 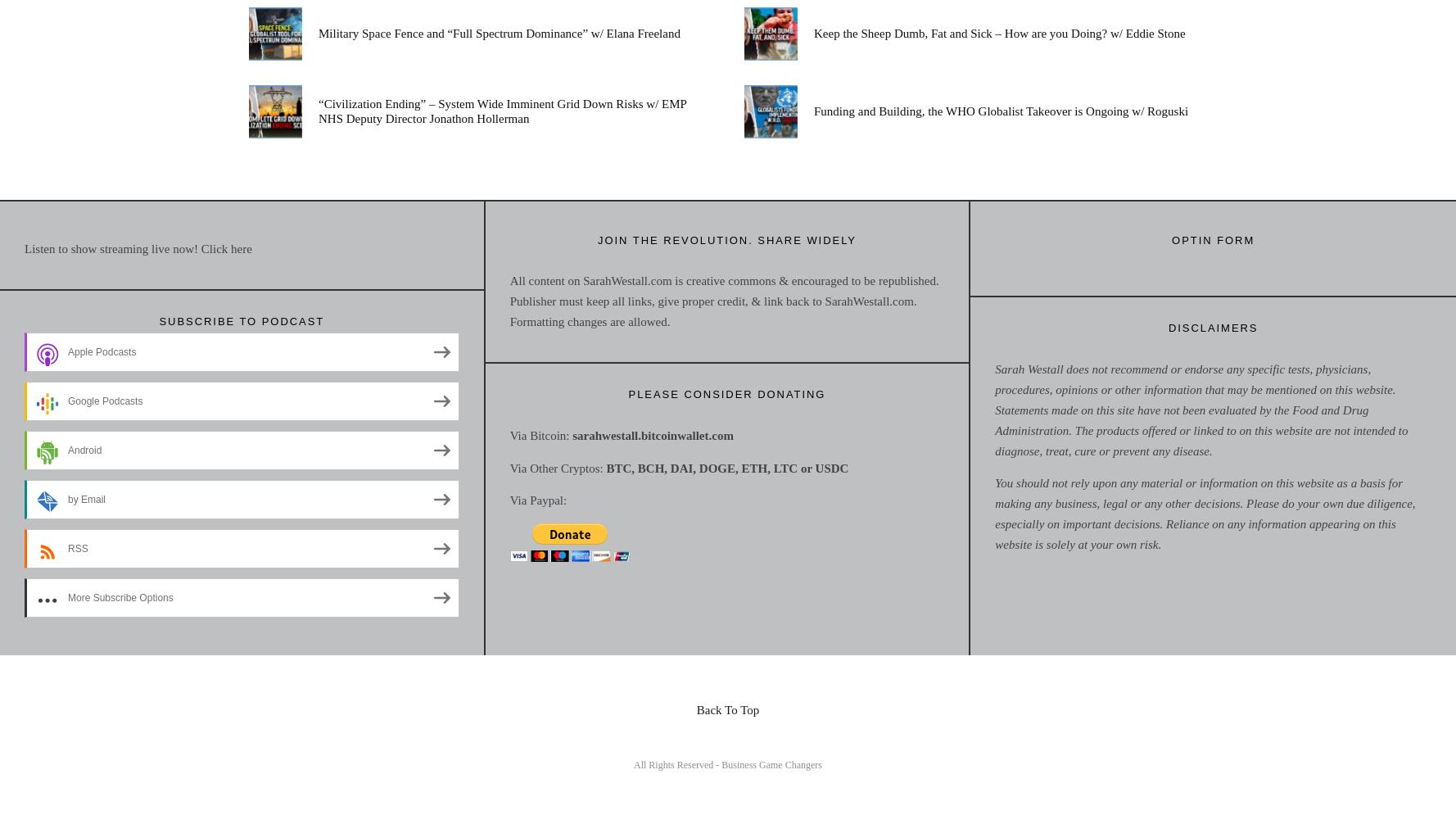 What do you see at coordinates (557, 468) in the screenshot?
I see `'Via Other Cryptos:'` at bounding box center [557, 468].